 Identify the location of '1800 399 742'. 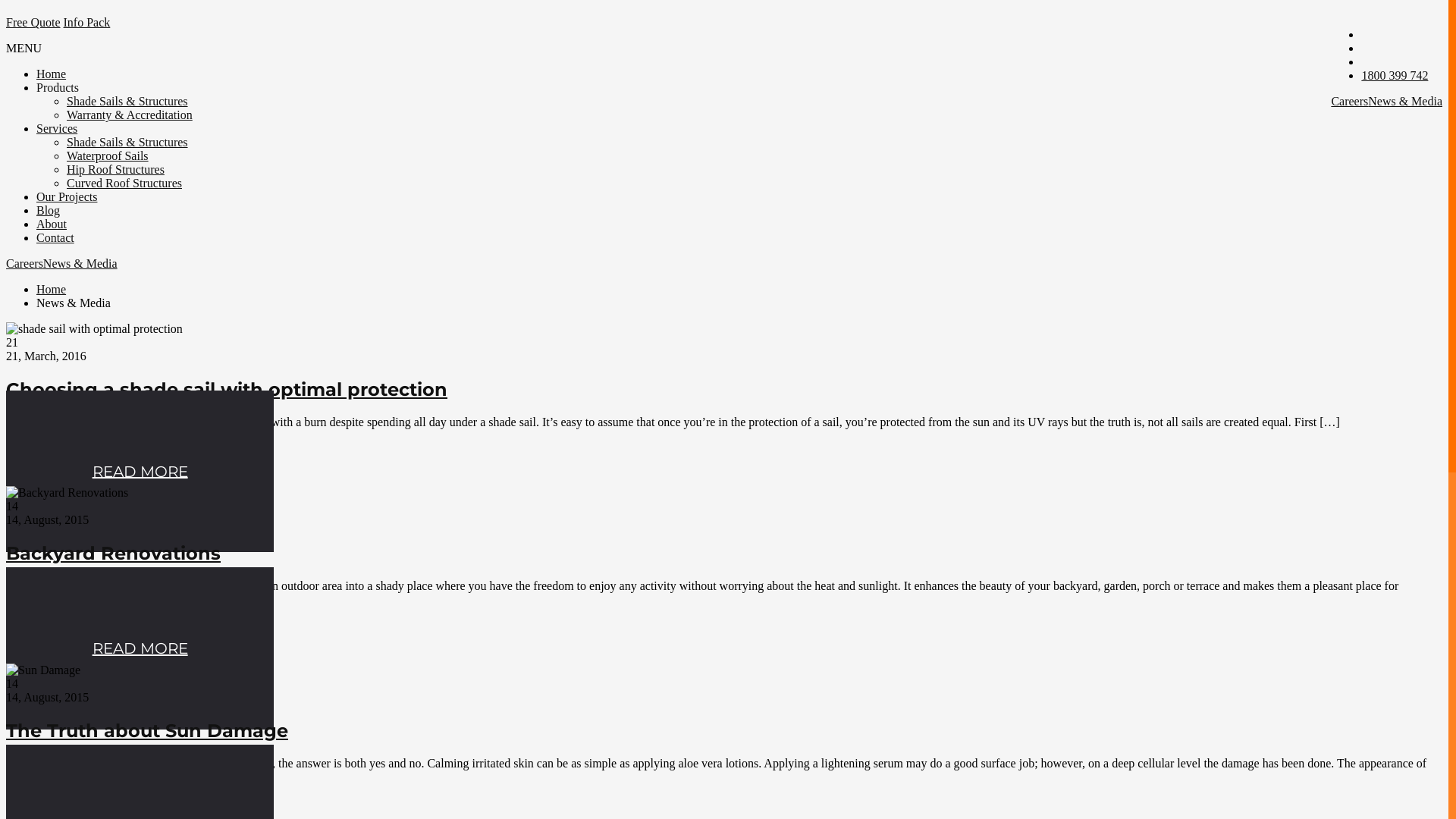
(1361, 75).